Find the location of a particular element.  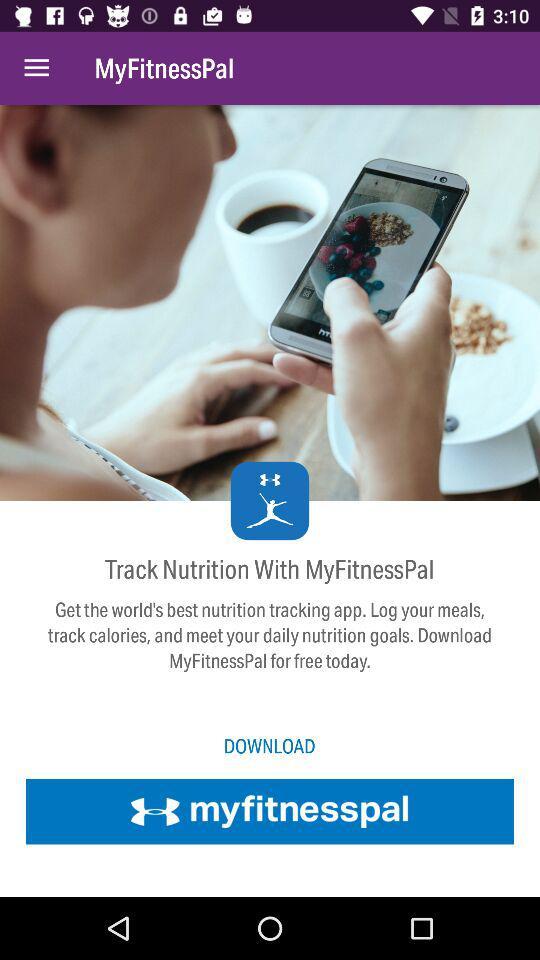

download is located at coordinates (270, 811).